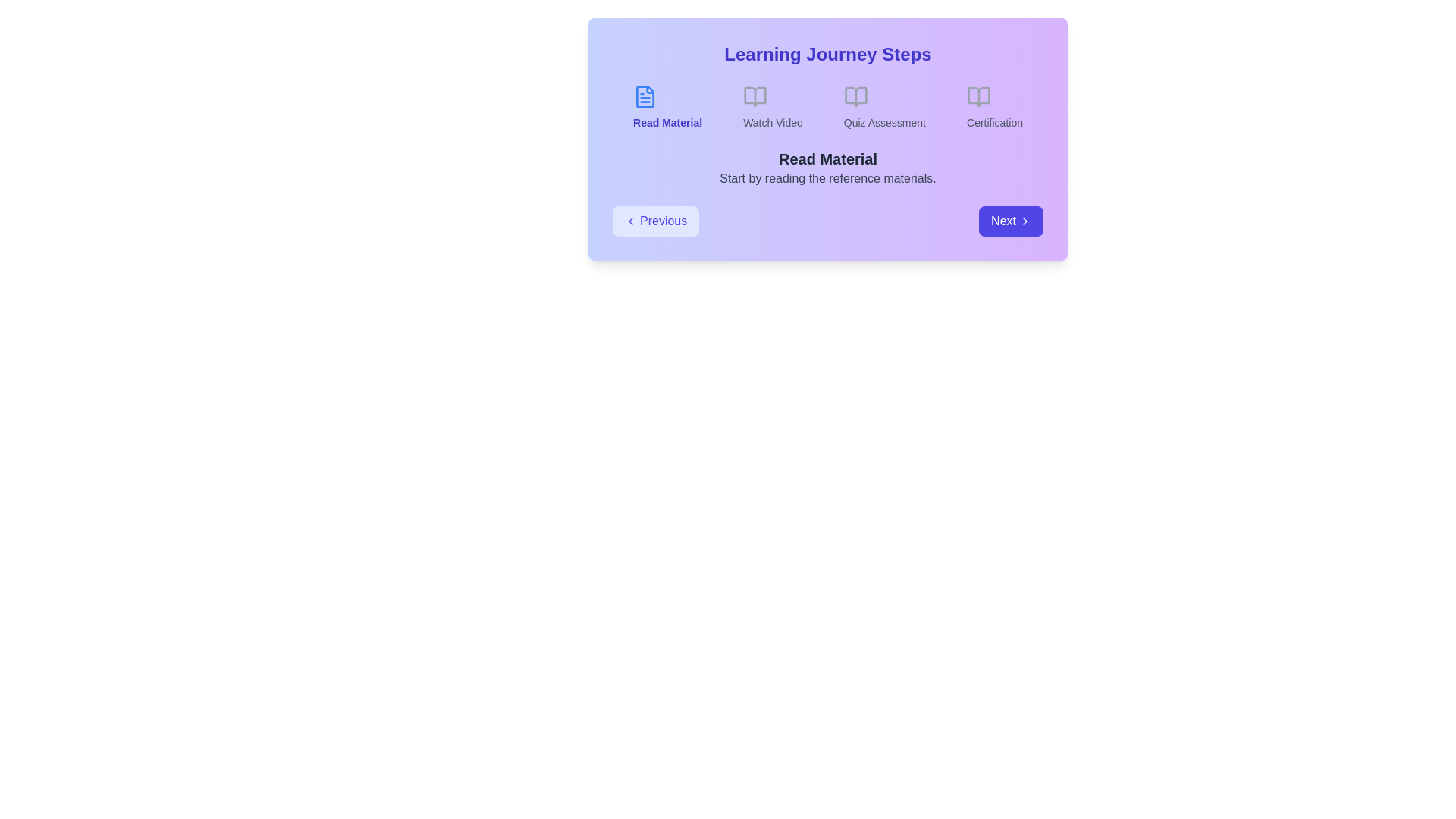  I want to click on text block element that contains the prominent 'Read Material' and the contextual information 'Start by reading the reference materials.', so click(827, 168).